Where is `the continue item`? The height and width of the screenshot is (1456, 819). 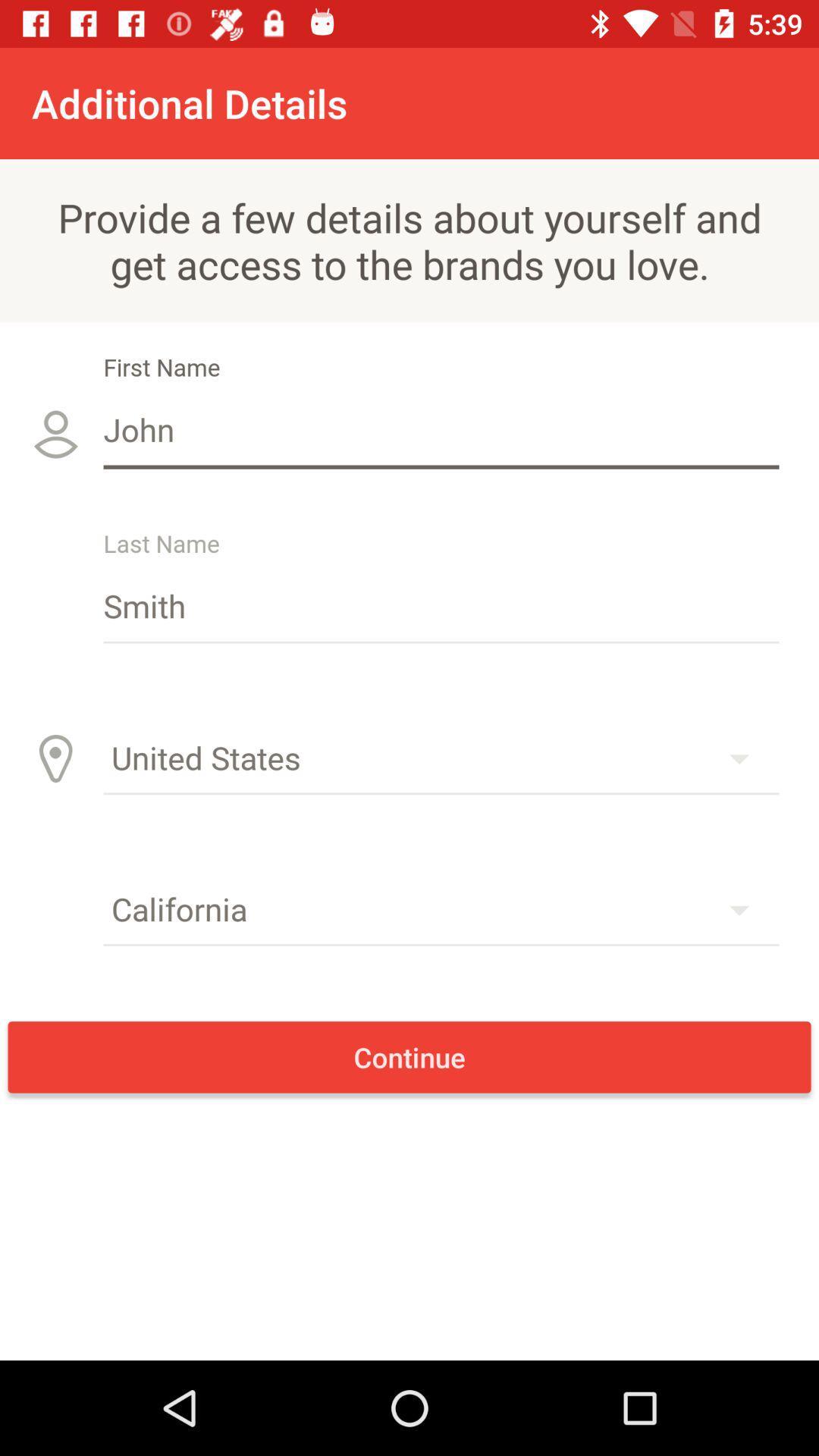 the continue item is located at coordinates (409, 1056).